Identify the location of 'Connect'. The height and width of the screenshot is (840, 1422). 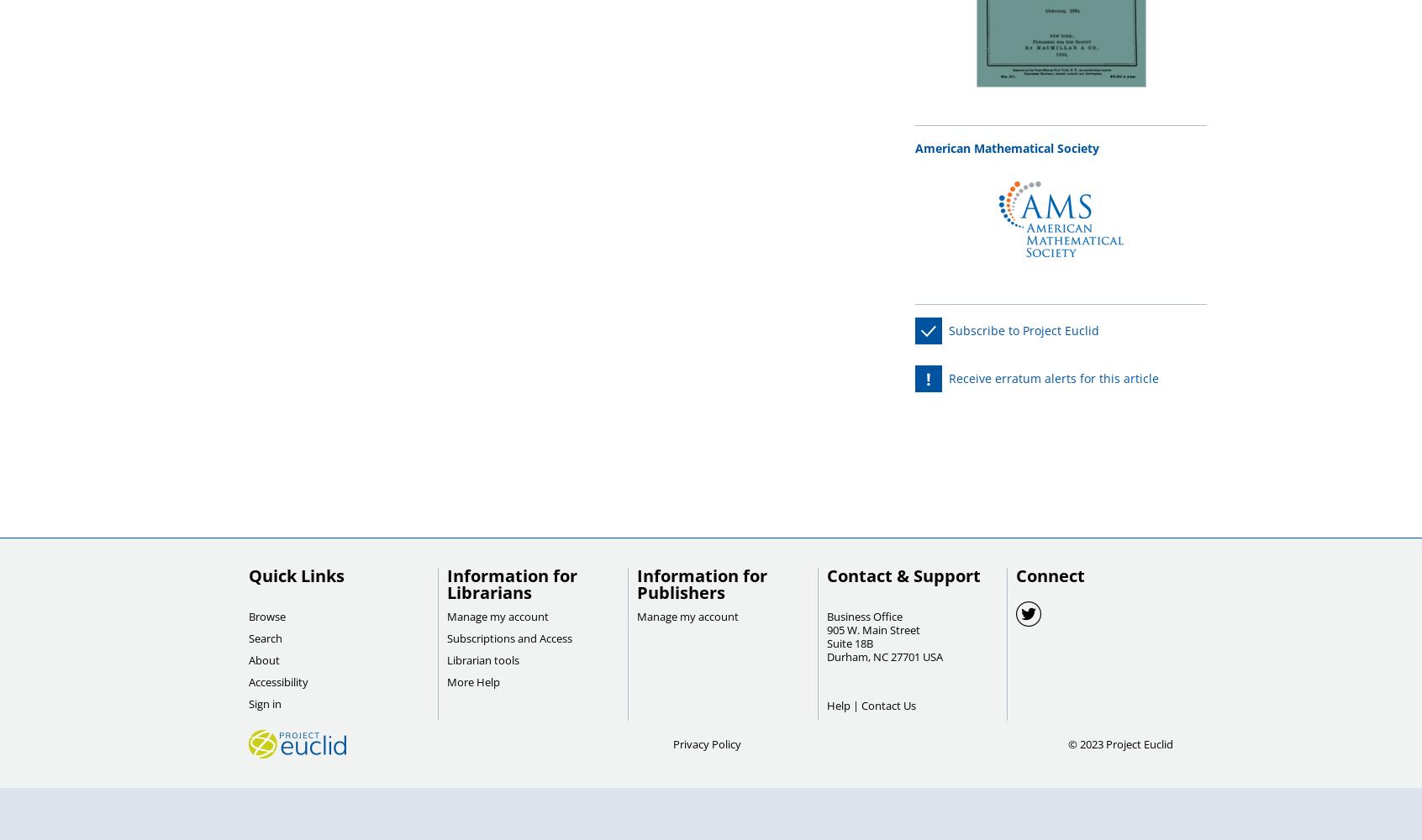
(1051, 575).